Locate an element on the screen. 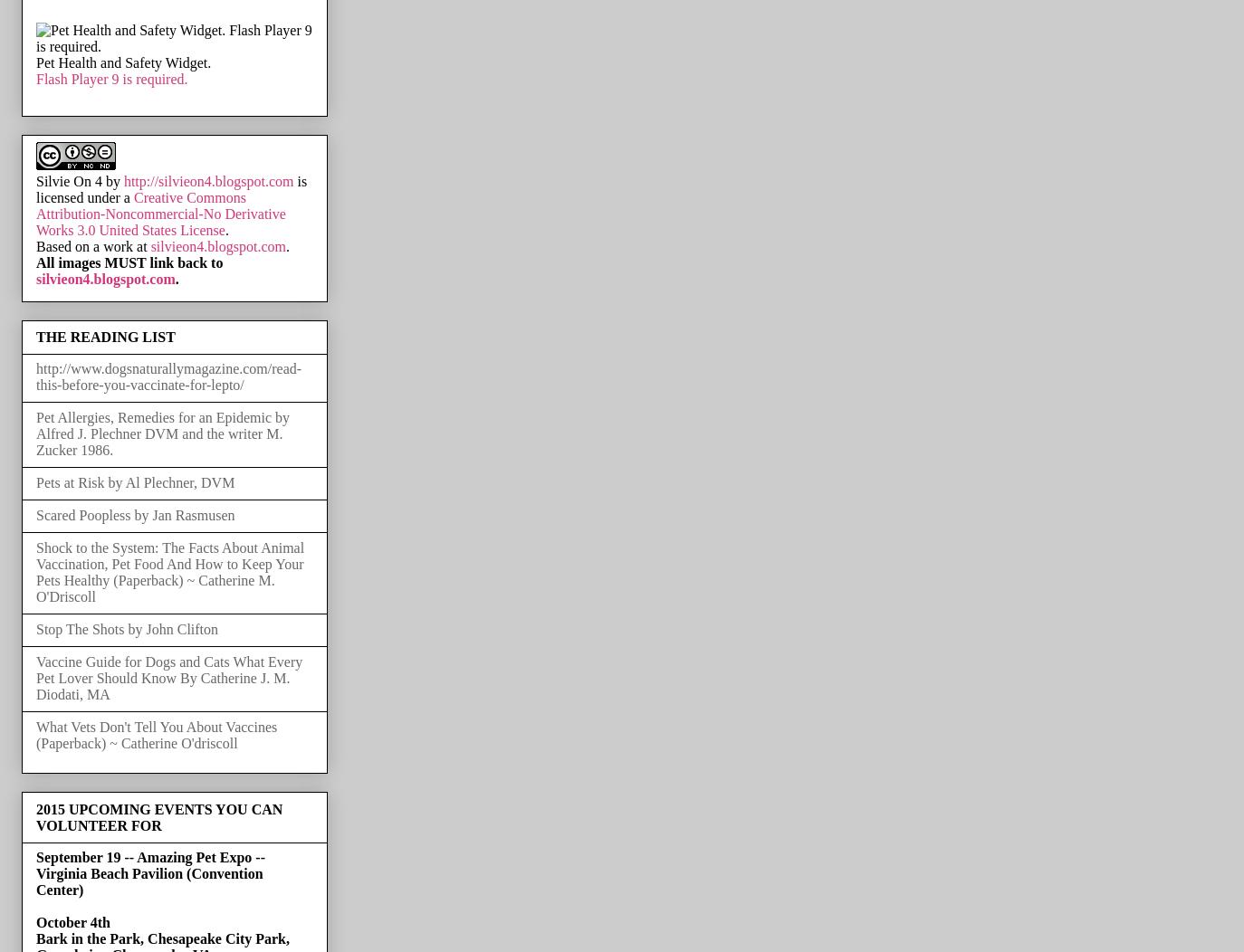 The height and width of the screenshot is (952, 1244). 'http://www.dogsnaturallymagazine.com/read-this-before-you-vaccinate-for-lepto/' is located at coordinates (167, 376).